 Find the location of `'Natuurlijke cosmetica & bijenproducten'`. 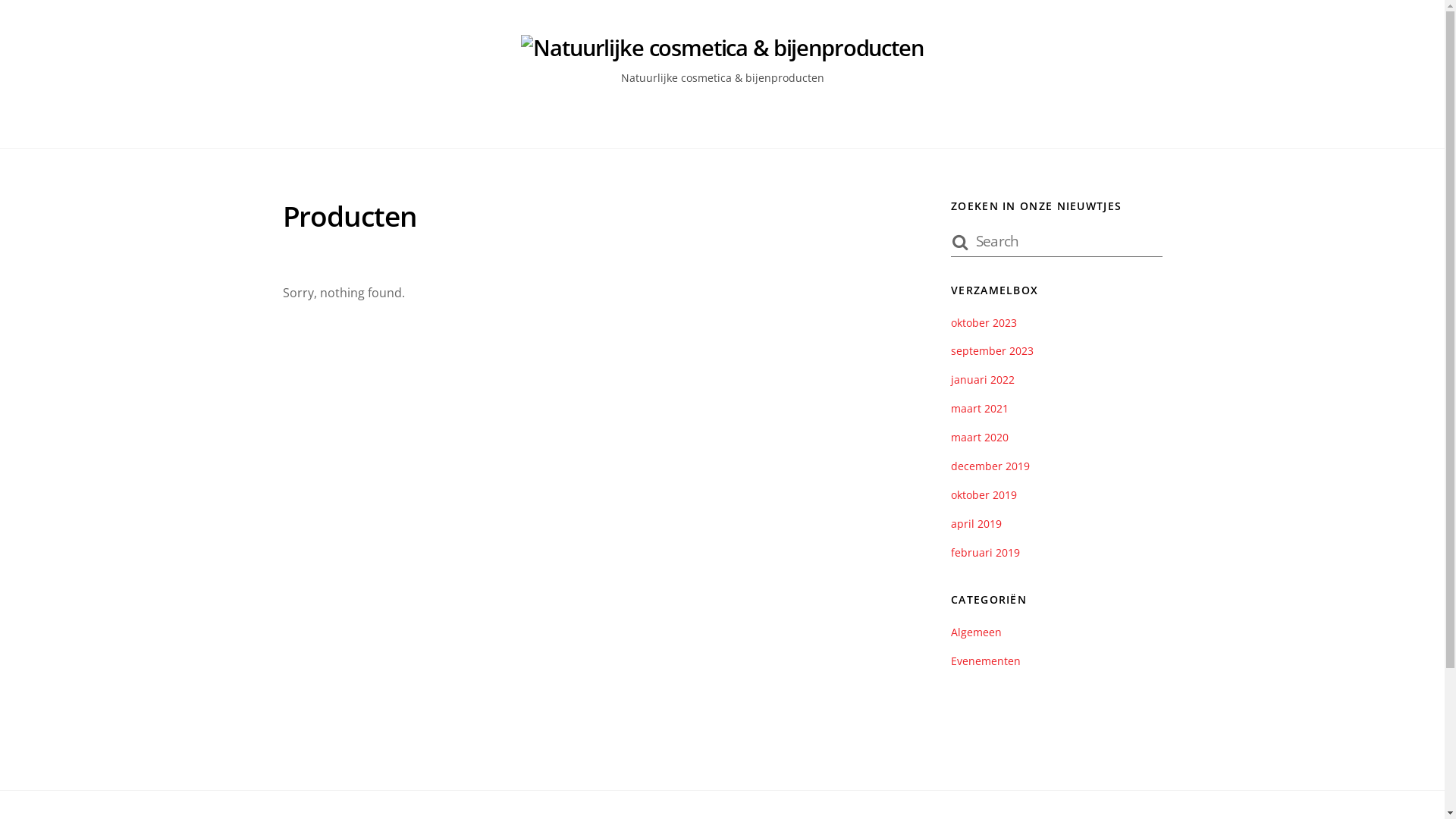

'Natuurlijke cosmetica & bijenproducten' is located at coordinates (720, 46).